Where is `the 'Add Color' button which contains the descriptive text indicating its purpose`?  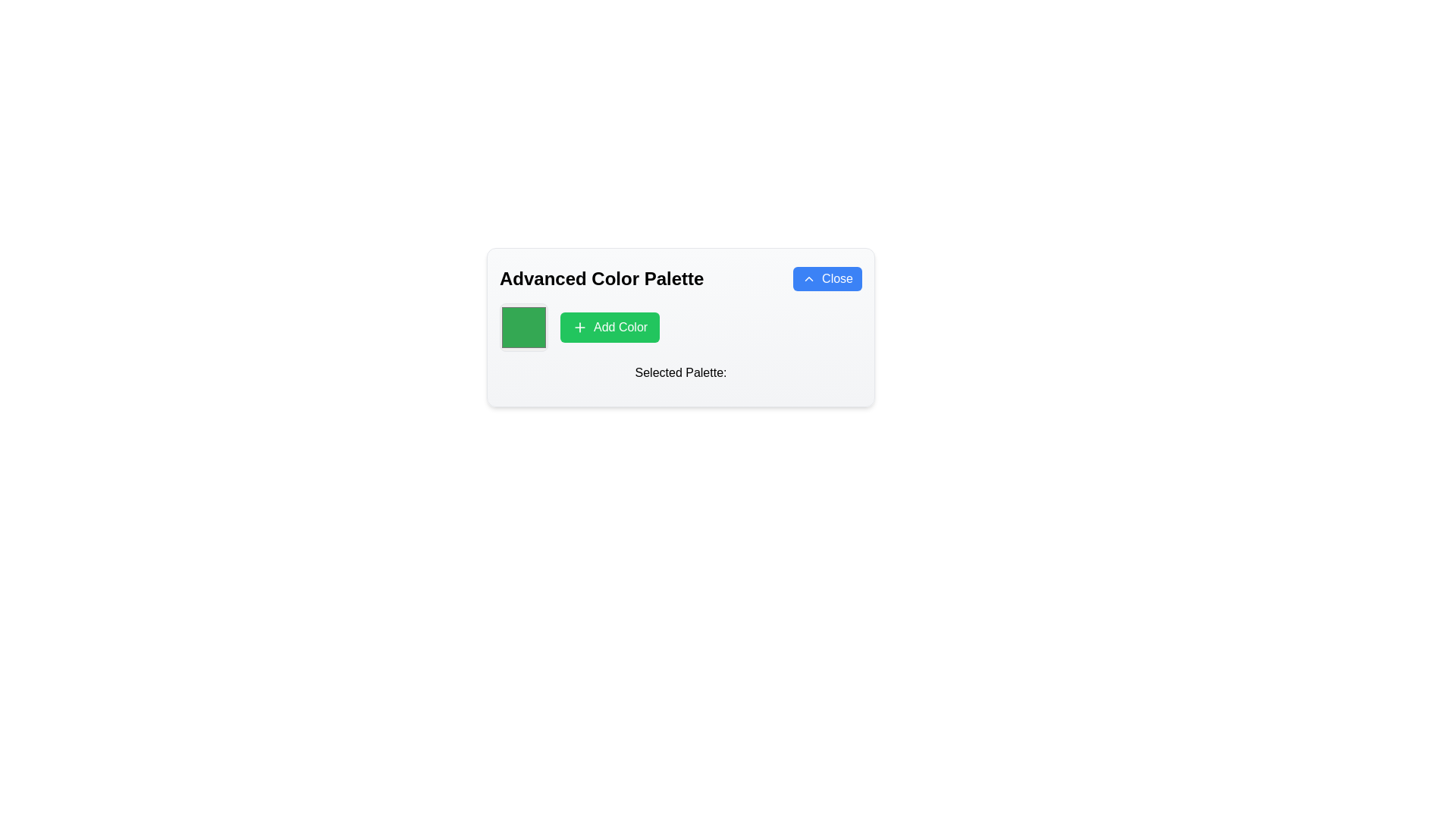 the 'Add Color' button which contains the descriptive text indicating its purpose is located at coordinates (620, 327).